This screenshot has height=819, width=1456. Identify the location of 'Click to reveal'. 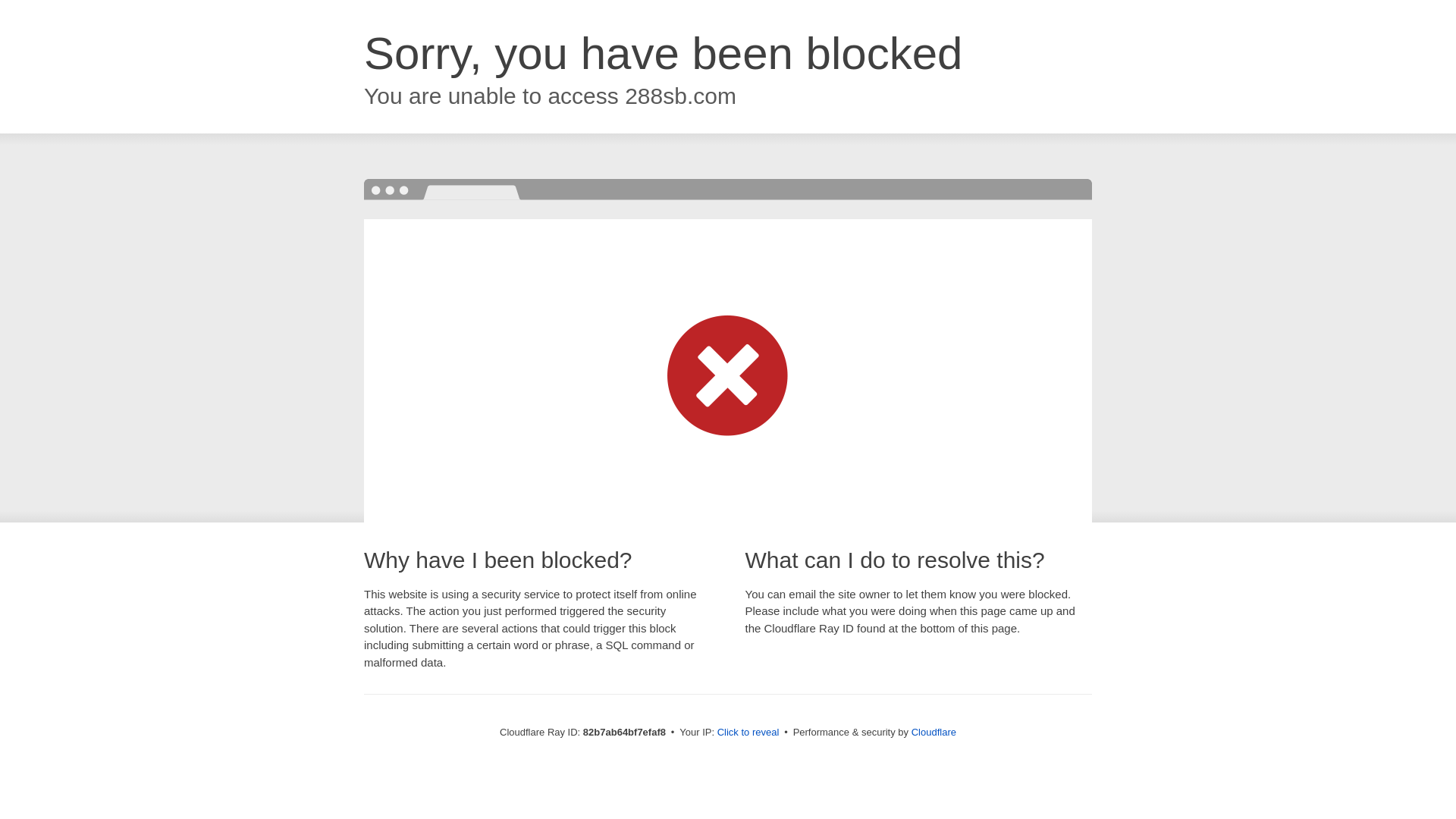
(748, 731).